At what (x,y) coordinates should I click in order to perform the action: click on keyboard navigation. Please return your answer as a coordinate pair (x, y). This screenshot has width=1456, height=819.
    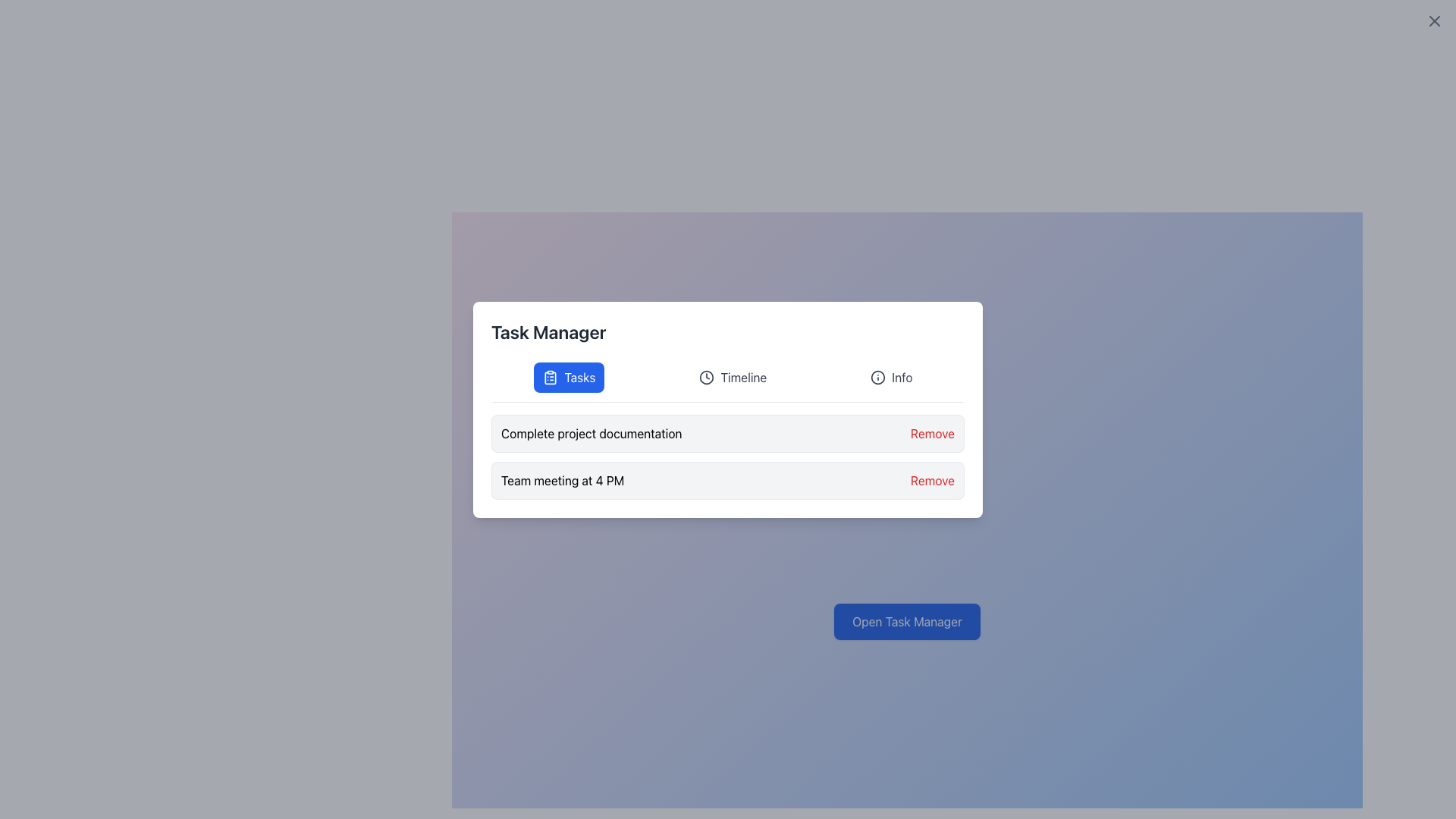
    Looking at the image, I should click on (902, 376).